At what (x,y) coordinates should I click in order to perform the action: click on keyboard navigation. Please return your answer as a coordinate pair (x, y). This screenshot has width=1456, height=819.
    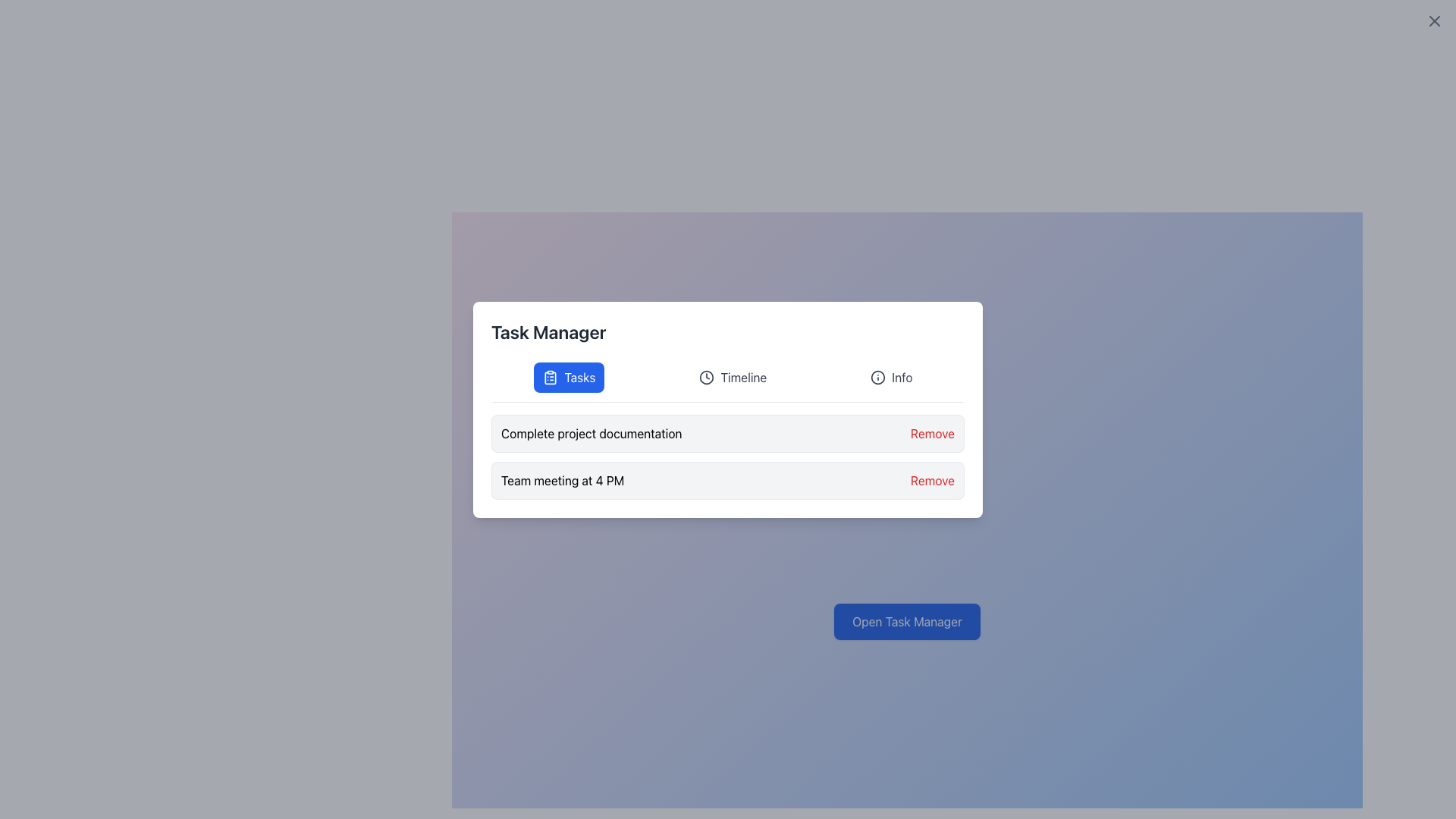
    Looking at the image, I should click on (902, 376).